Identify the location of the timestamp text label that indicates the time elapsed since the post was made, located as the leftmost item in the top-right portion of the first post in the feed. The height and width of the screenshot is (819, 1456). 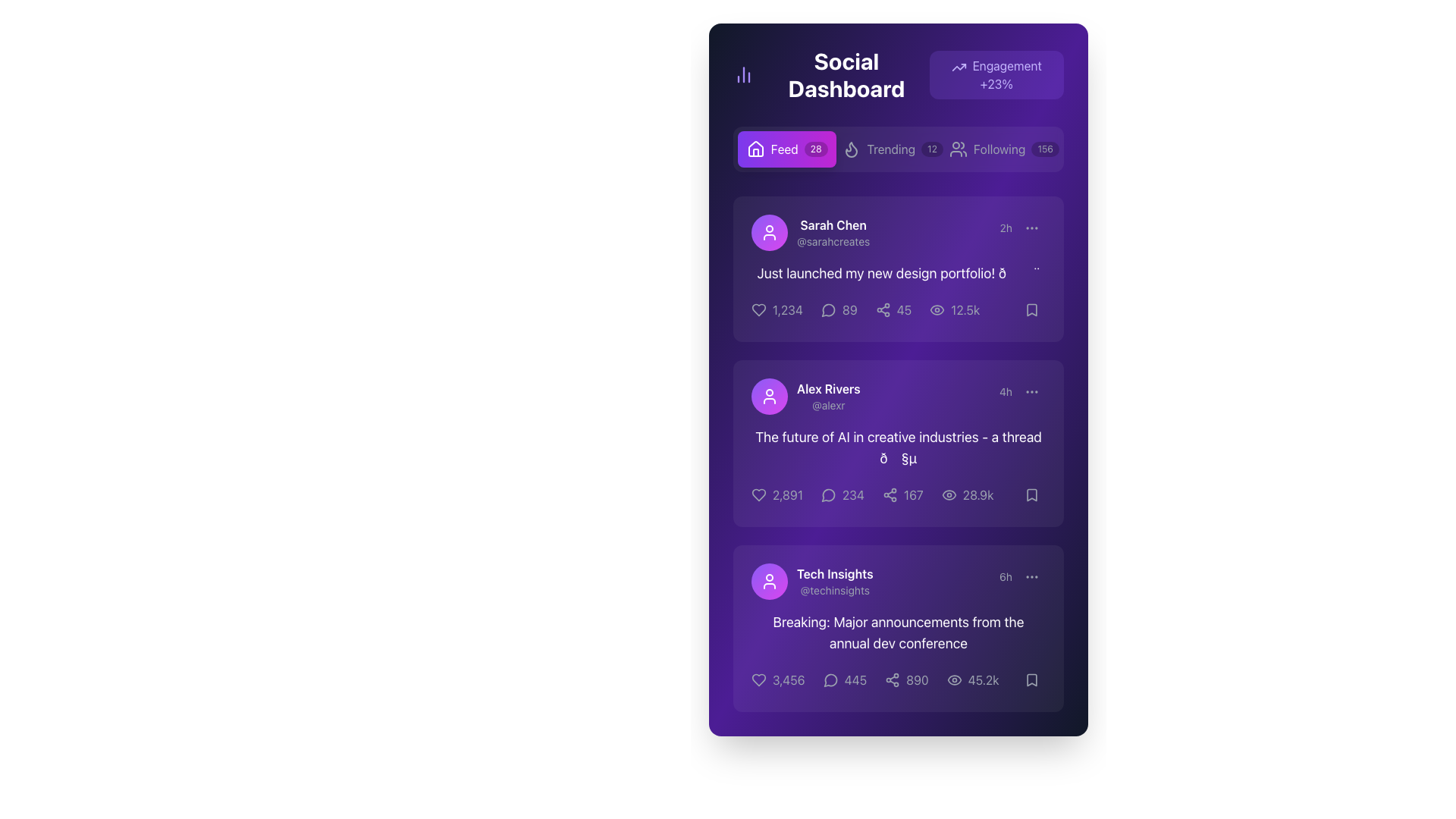
(1006, 227).